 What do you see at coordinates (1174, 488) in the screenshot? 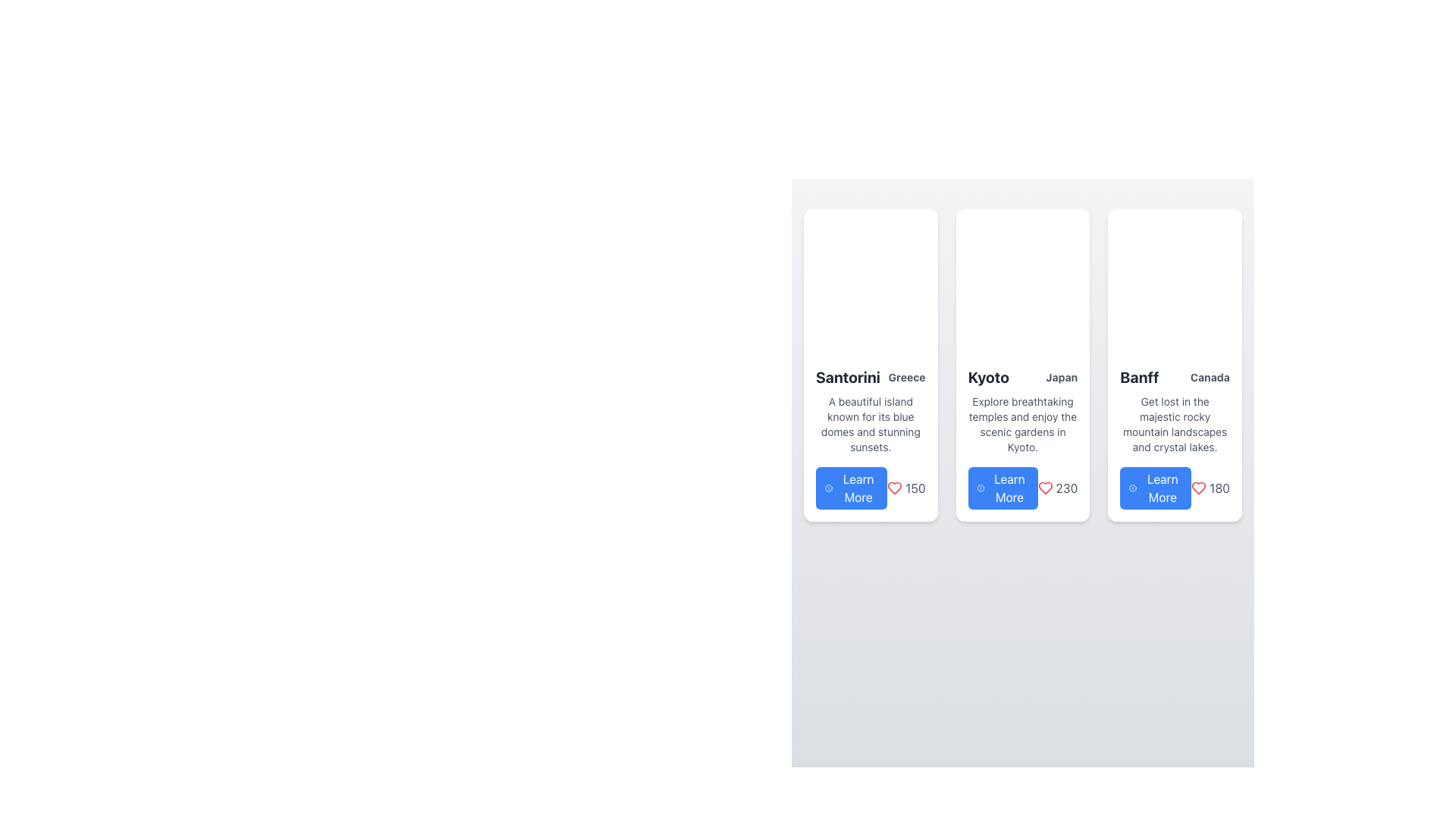
I see `the blue 'Learn More' button located in the bottom-right corner of the 'Banff' card` at bounding box center [1174, 488].